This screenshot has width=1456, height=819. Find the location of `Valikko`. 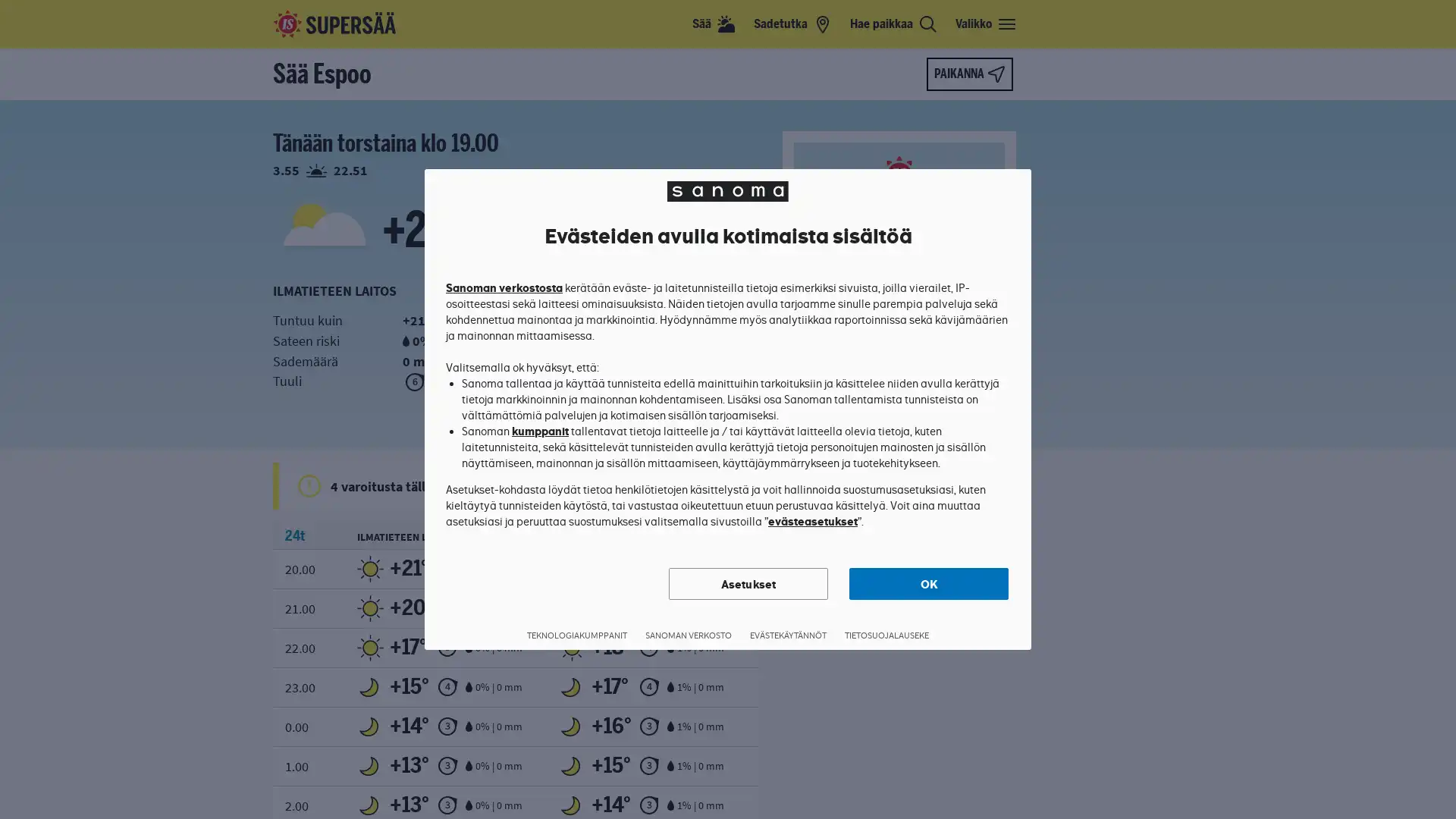

Valikko is located at coordinates (986, 24).